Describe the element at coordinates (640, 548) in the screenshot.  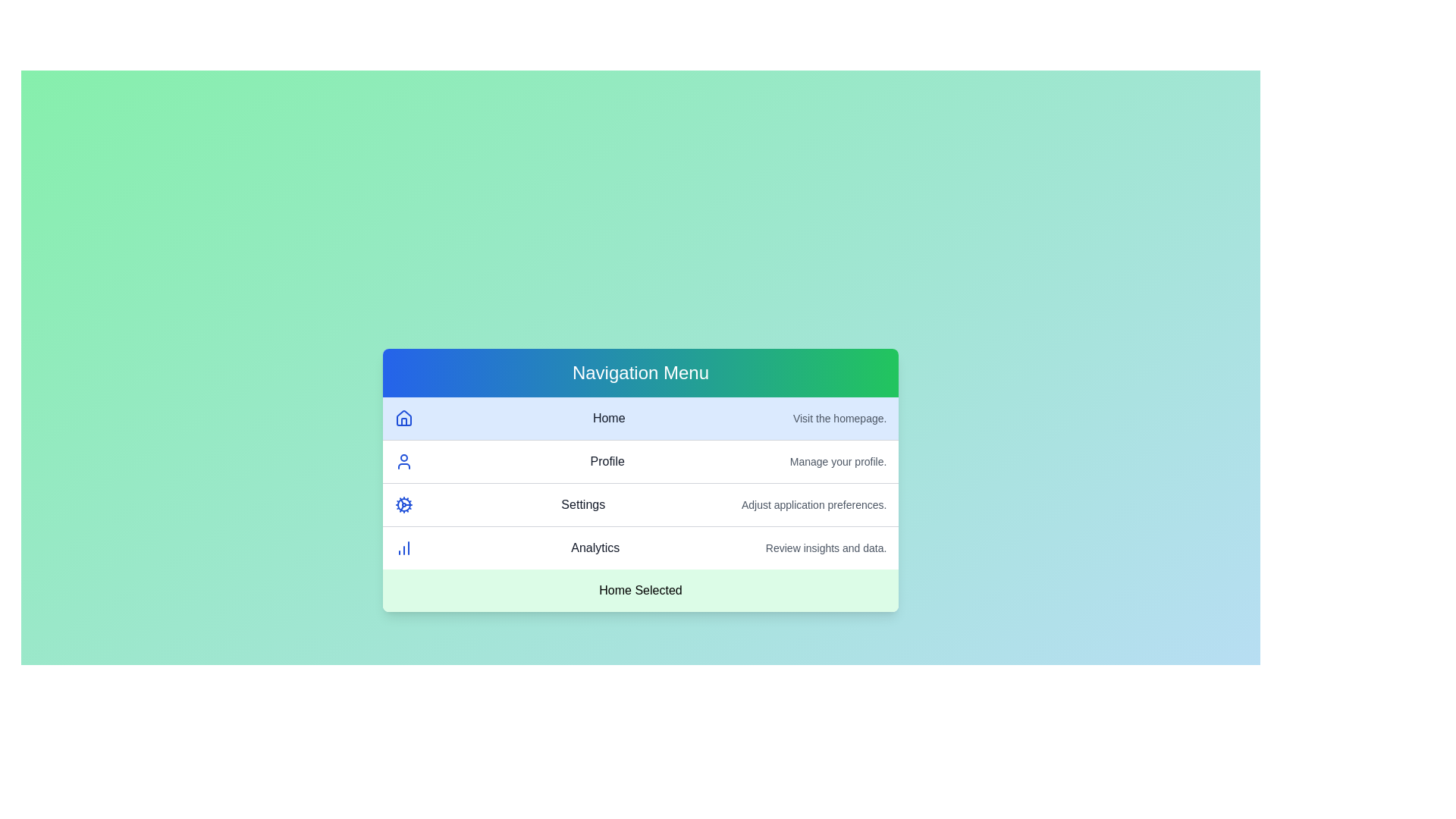
I see `the menu item labeled Analytics to select it` at that location.